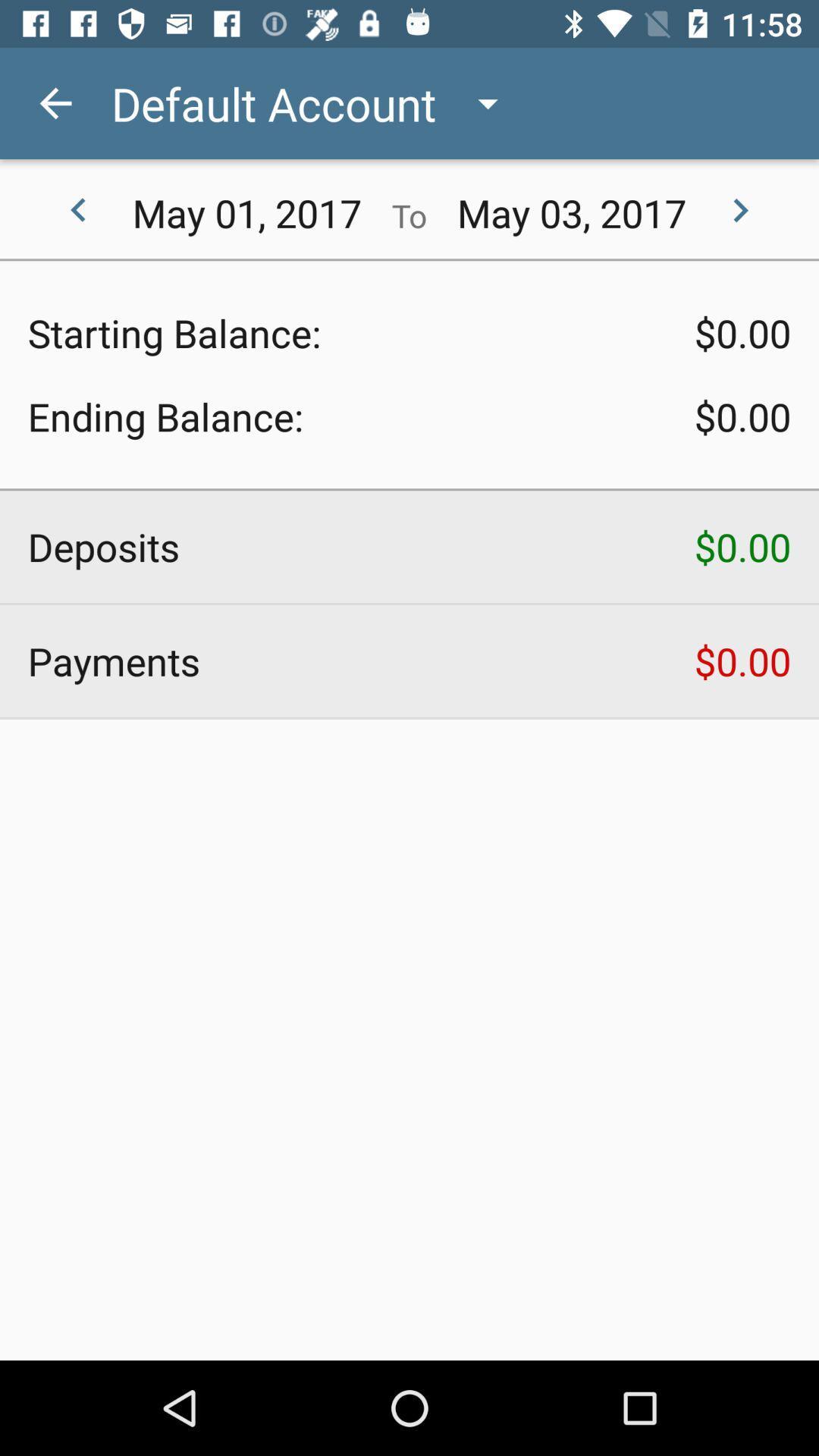 This screenshot has width=819, height=1456. What do you see at coordinates (78, 210) in the screenshot?
I see `the item to the left of may 01, 2017 icon` at bounding box center [78, 210].